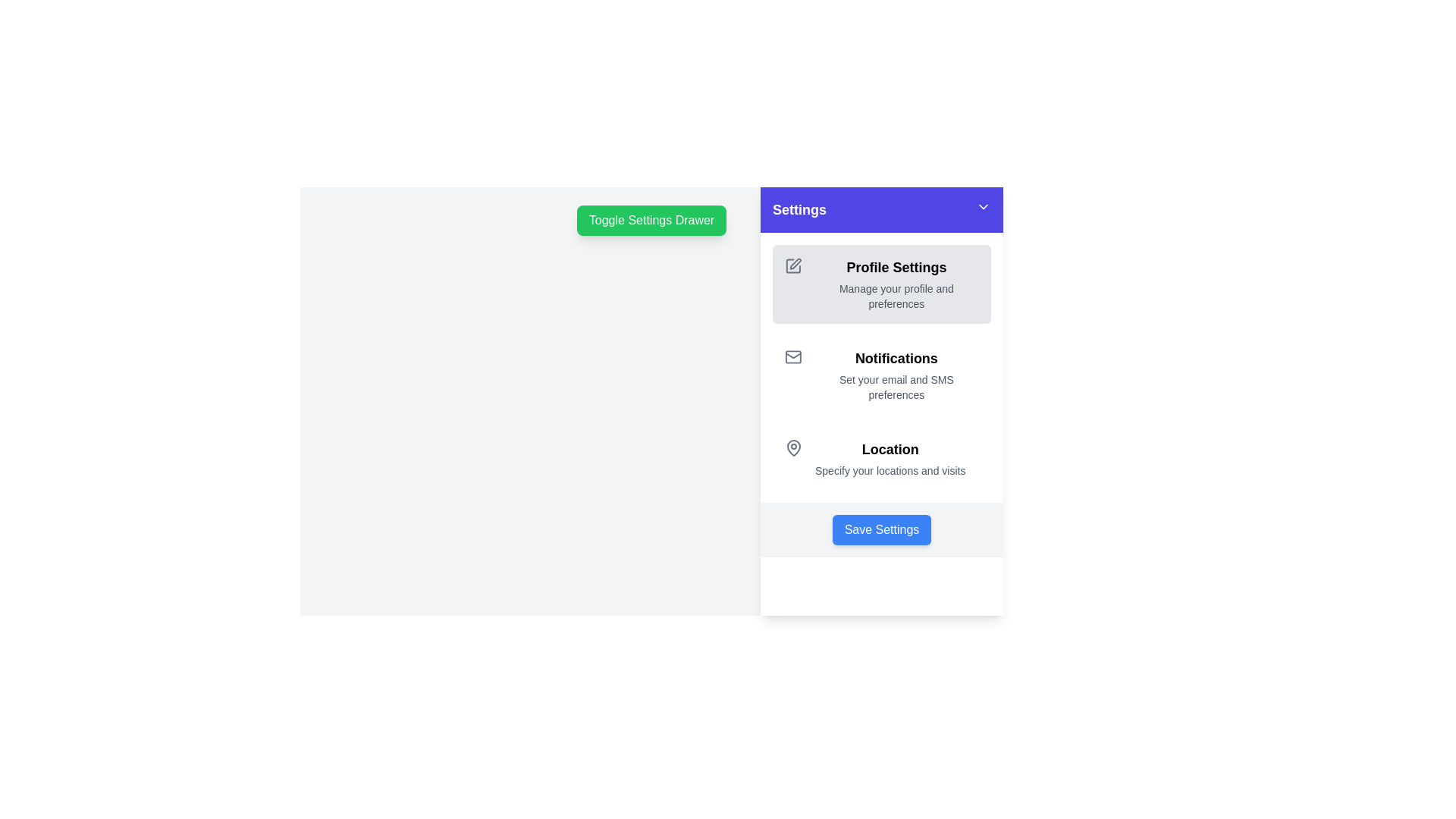 Image resolution: width=1456 pixels, height=819 pixels. I want to click on the 'Location' icon, which is the leading icon in the third row of settings options, visually representing the 'Location' section for specifying site locations and visits, so click(792, 447).